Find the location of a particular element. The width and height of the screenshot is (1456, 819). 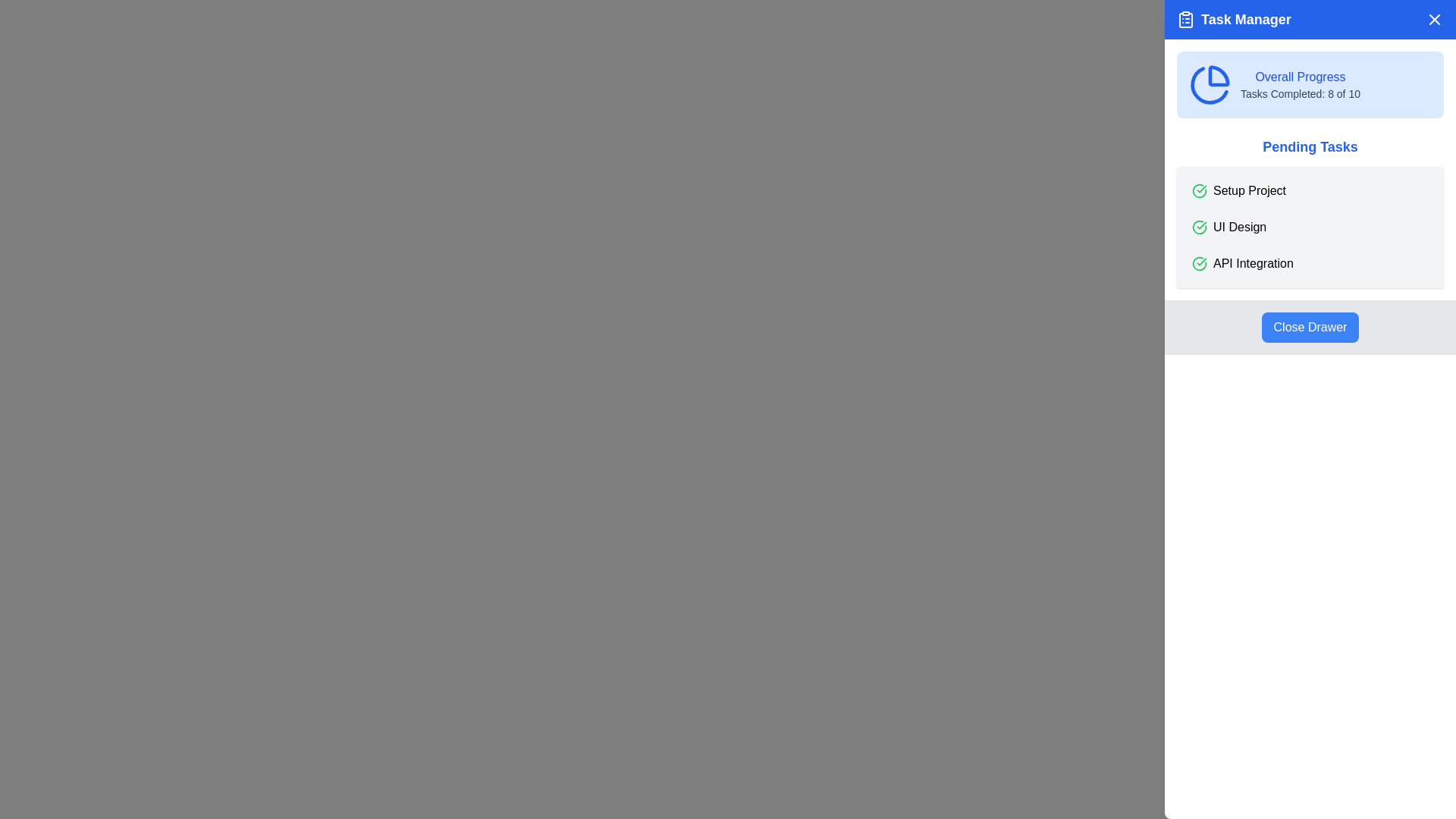

the close button located in the top-right corner of the 'Task Manager' header to observe interactive feedback is located at coordinates (1433, 20).